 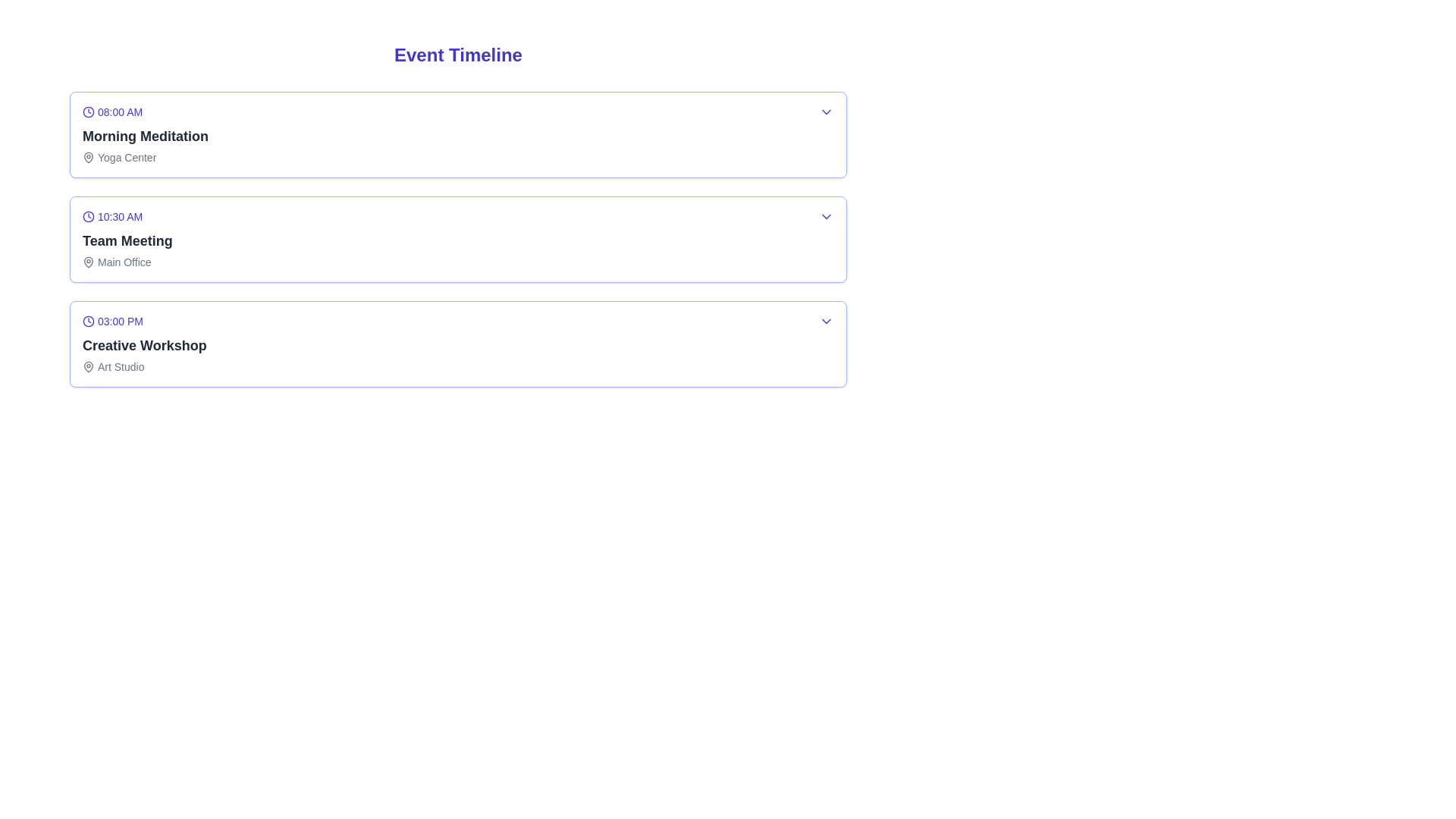 I want to click on the Event information block located directly under the 'Event Timeline' header, so click(x=146, y=133).